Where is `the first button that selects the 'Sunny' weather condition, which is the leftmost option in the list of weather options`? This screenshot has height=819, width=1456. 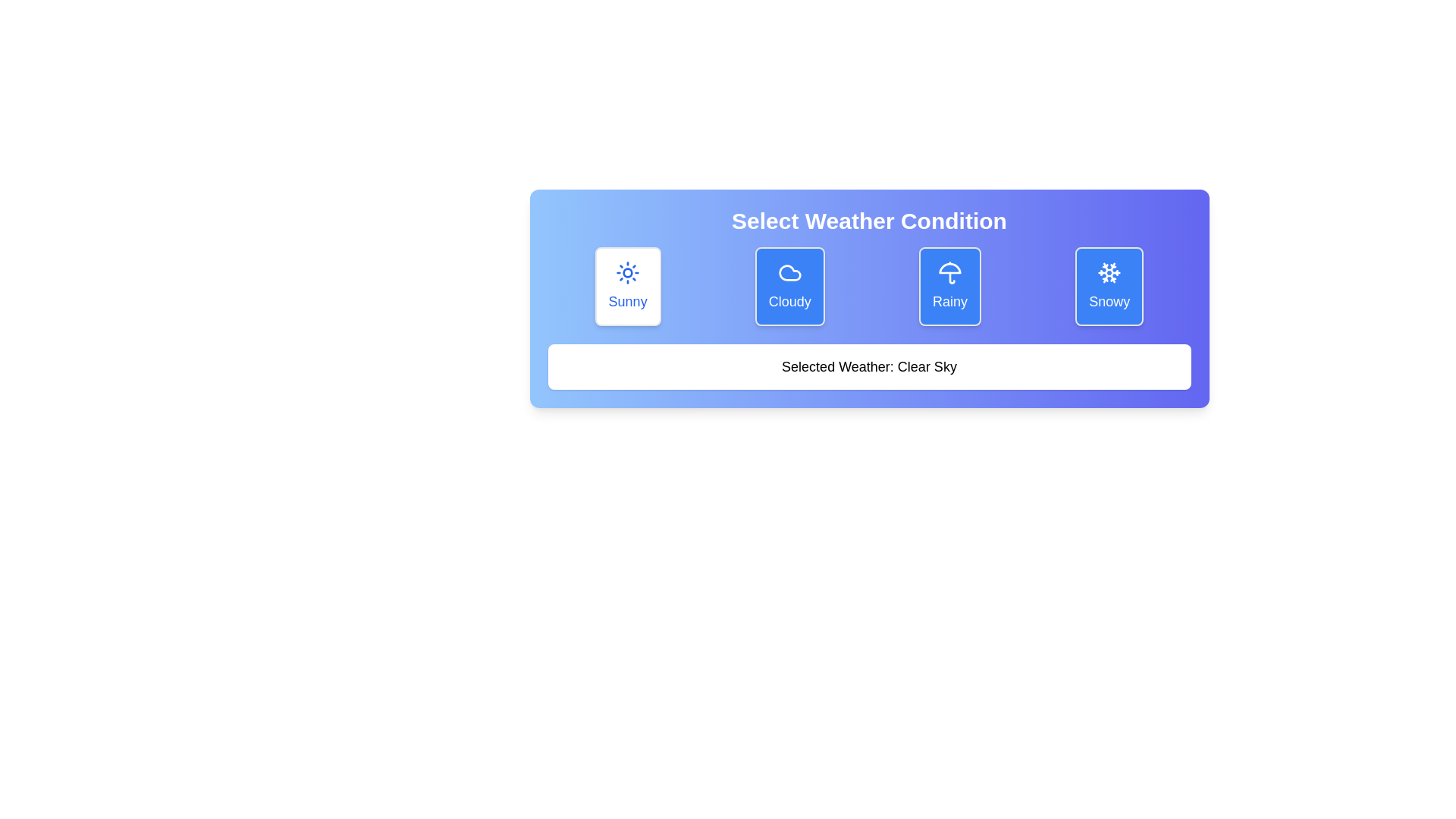
the first button that selects the 'Sunny' weather condition, which is the leftmost option in the list of weather options is located at coordinates (628, 287).